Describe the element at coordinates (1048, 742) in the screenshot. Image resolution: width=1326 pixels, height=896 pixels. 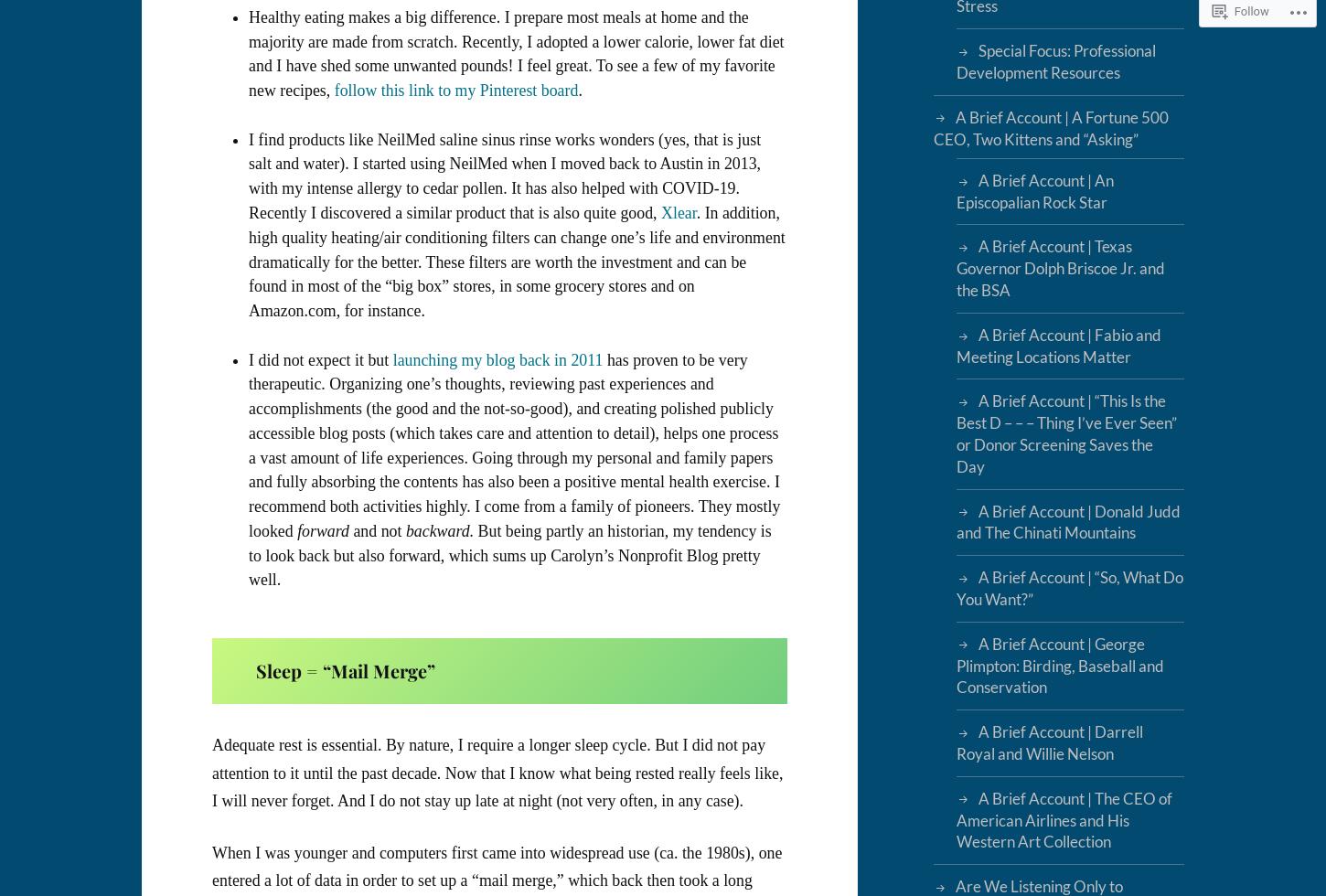
I see `'A Brief Account | Darrell Royal and Willie Nelson'` at that location.